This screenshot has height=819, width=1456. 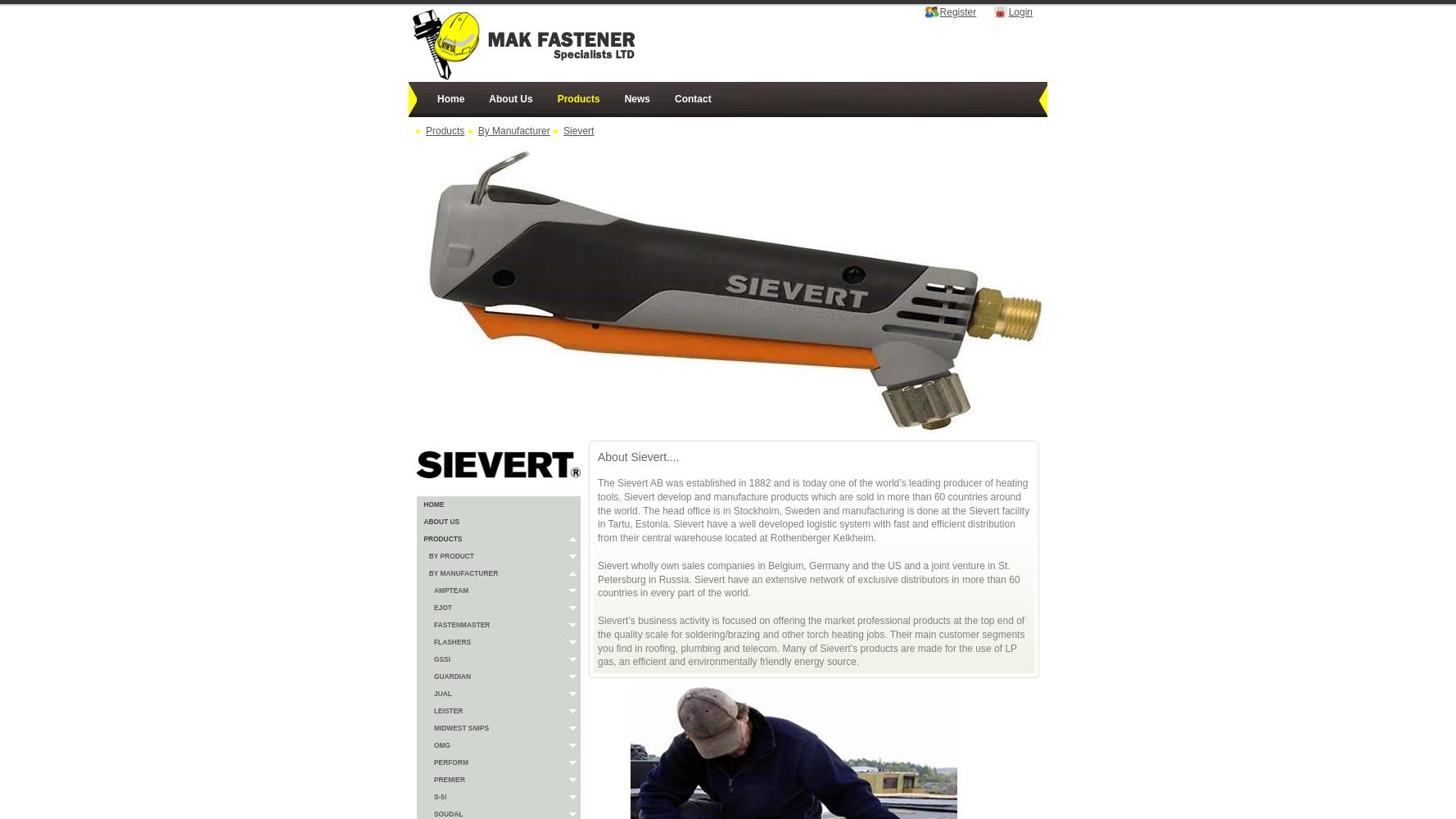 What do you see at coordinates (441, 693) in the screenshot?
I see `'JUAL'` at bounding box center [441, 693].